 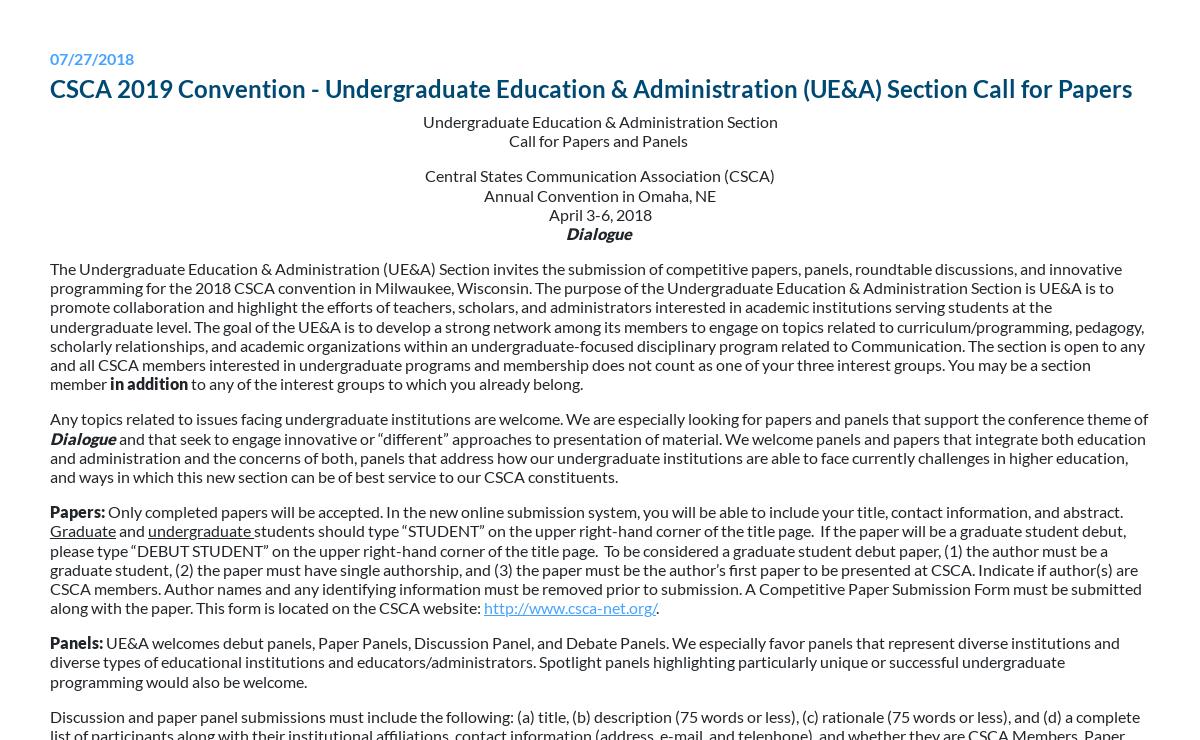 I want to click on 'undergraduate', so click(x=200, y=530).